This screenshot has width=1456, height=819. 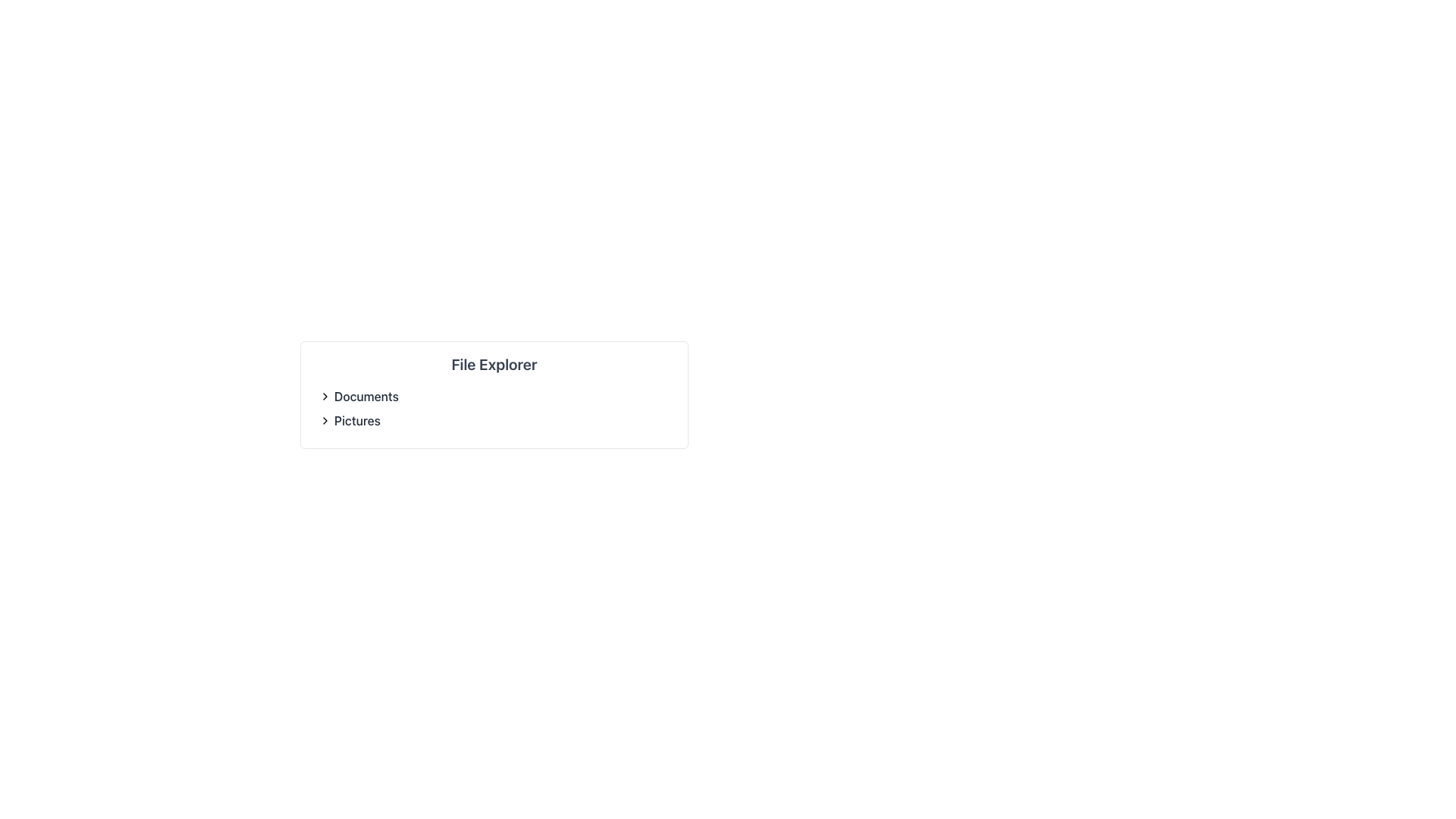 I want to click on the chevron-right SVG icon, so click(x=324, y=421).